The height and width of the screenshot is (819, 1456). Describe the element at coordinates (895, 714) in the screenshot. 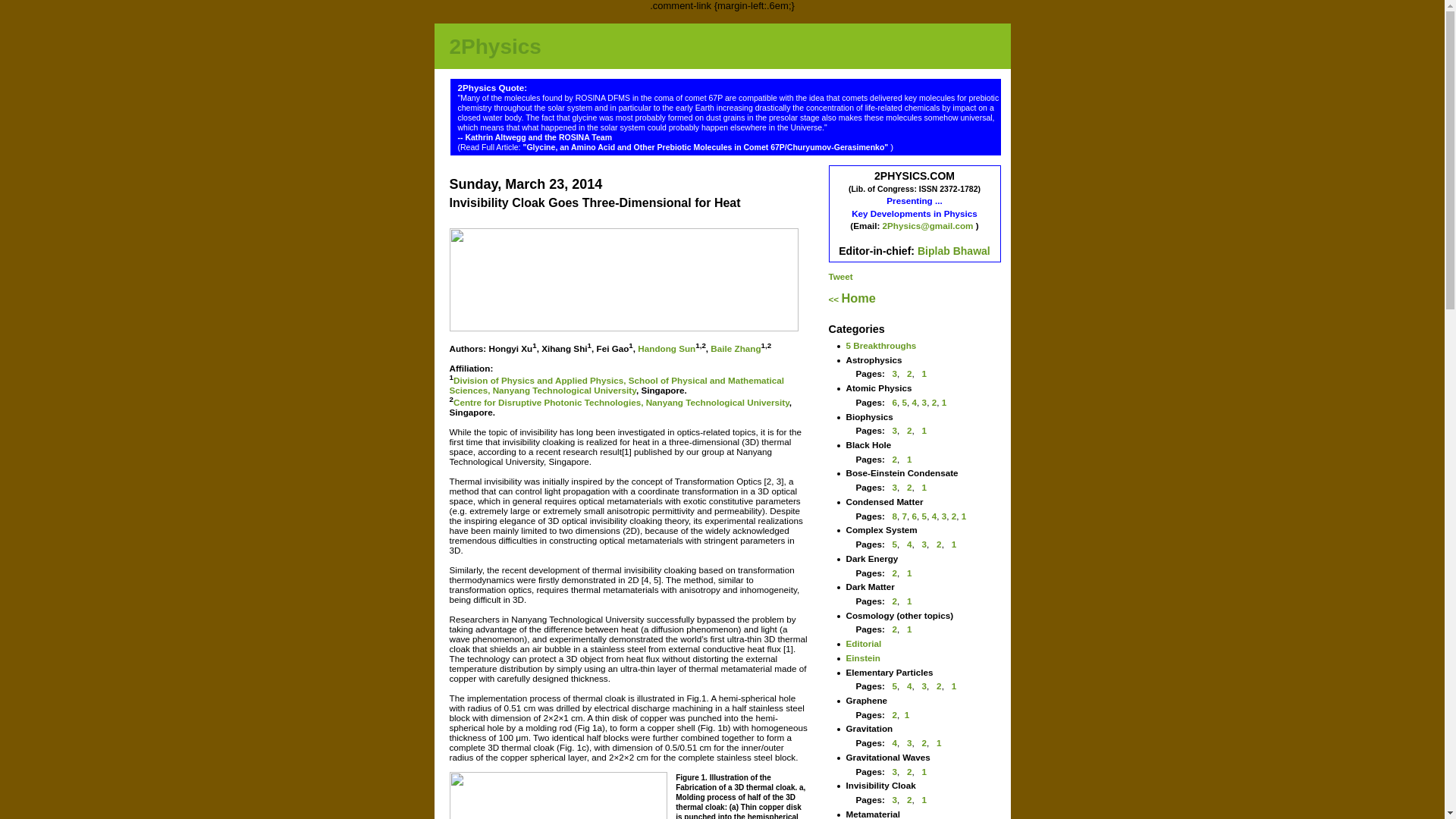

I see `'2'` at that location.